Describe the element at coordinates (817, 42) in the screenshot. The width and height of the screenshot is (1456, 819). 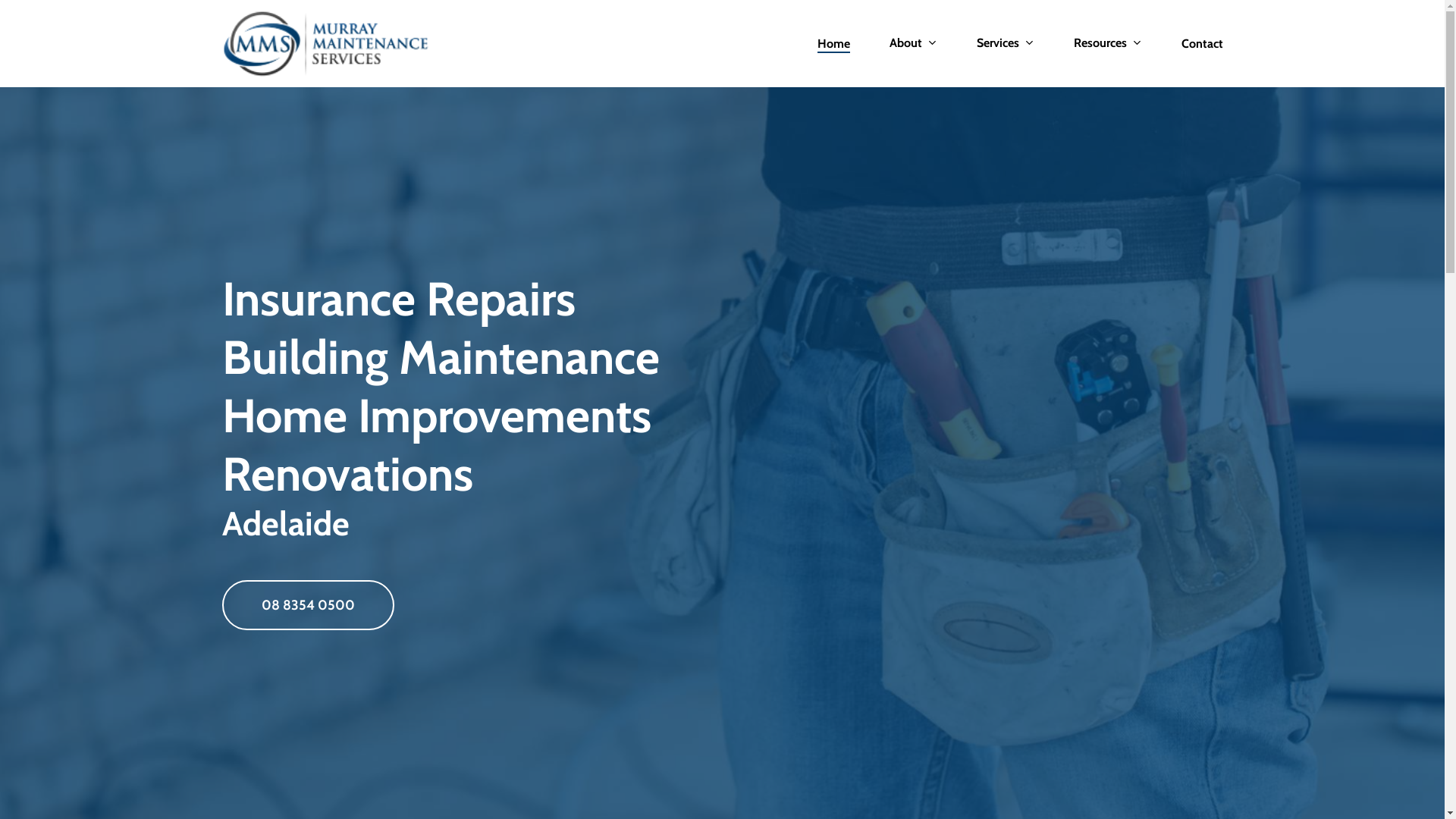
I see `'Home'` at that location.